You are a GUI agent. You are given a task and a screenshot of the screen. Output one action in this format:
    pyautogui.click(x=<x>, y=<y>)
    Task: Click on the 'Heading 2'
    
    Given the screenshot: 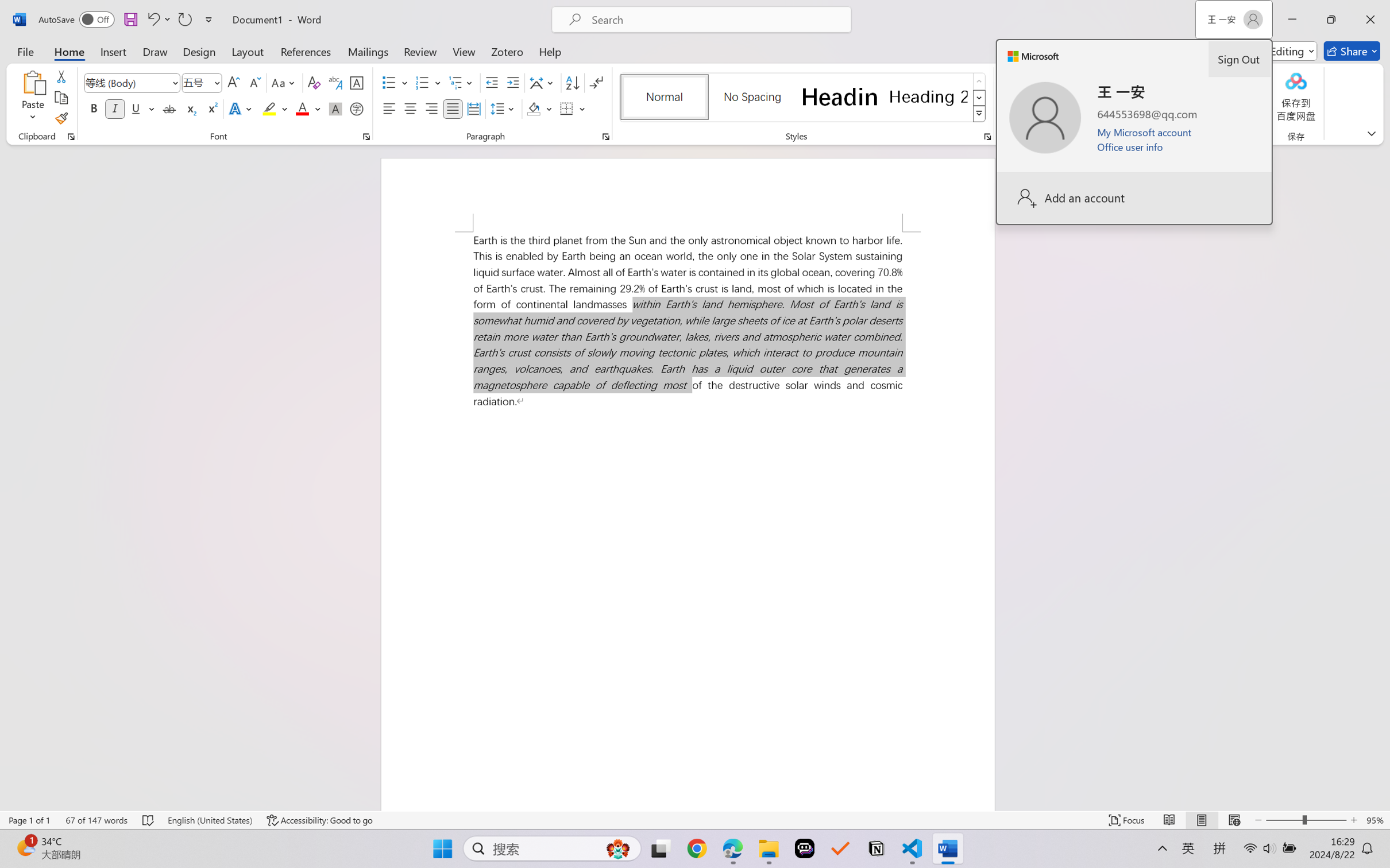 What is the action you would take?
    pyautogui.click(x=928, y=96)
    